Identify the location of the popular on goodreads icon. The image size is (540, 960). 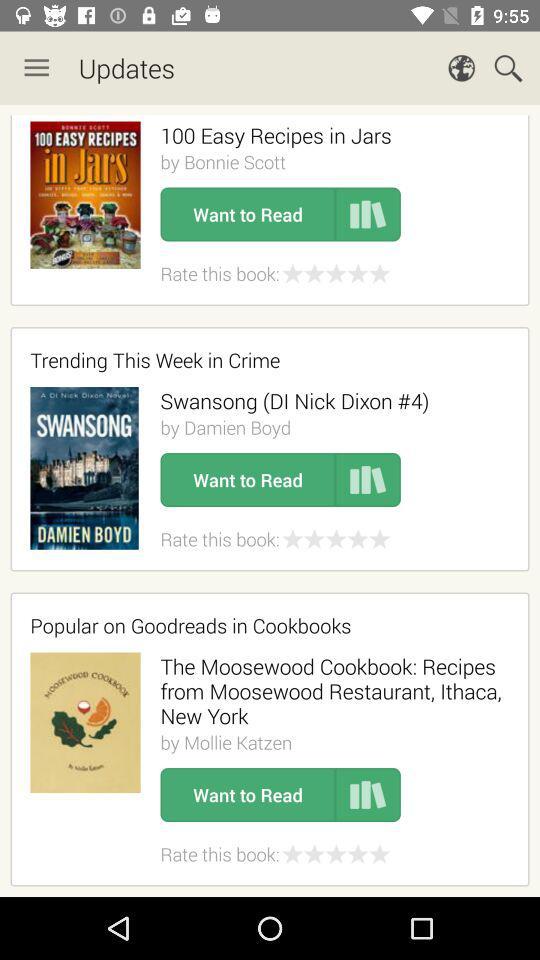
(263, 624).